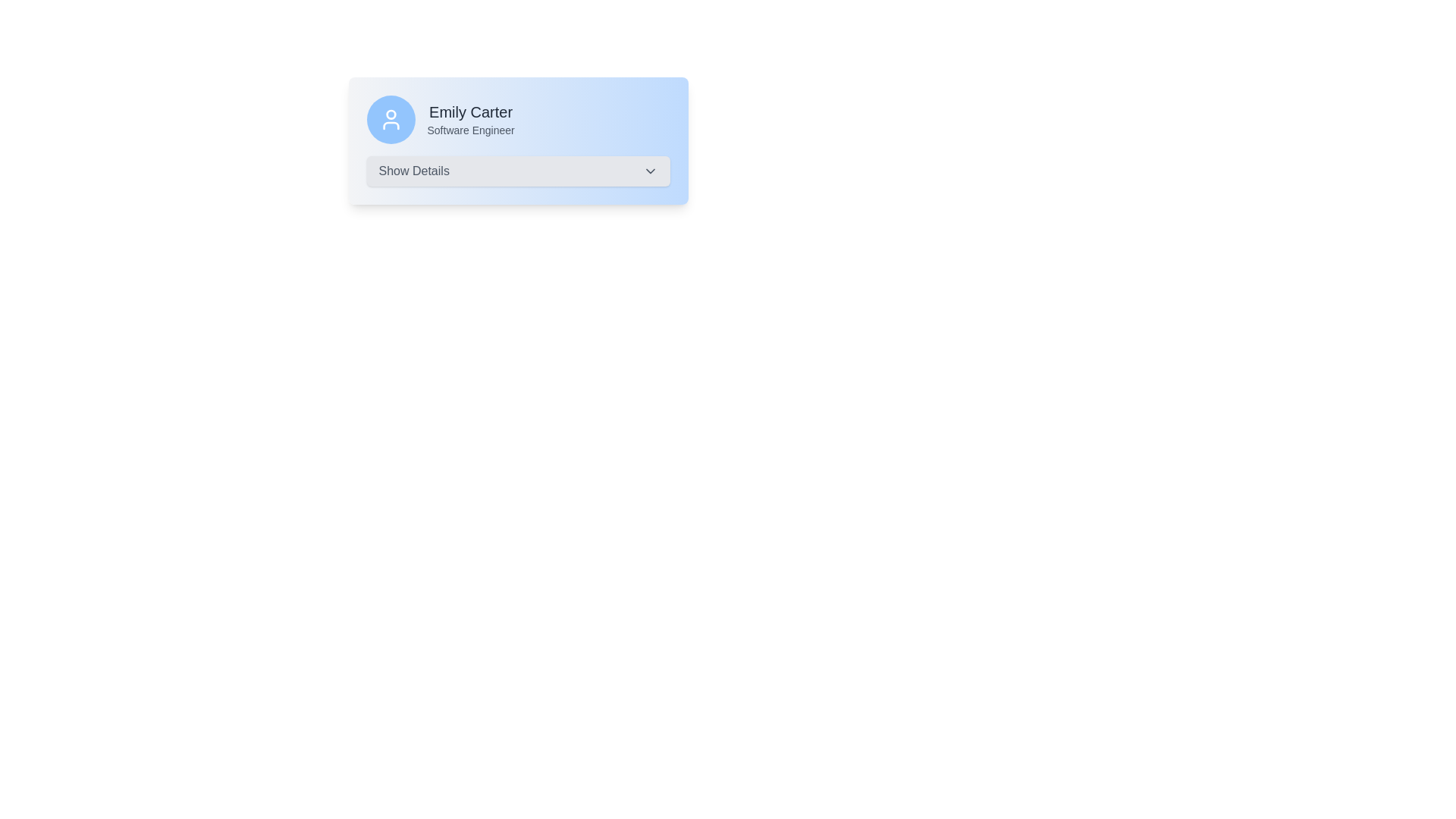  What do you see at coordinates (650, 171) in the screenshot?
I see `the small downward-pointing chevron icon located at the far right end of the 'Show Details' button` at bounding box center [650, 171].